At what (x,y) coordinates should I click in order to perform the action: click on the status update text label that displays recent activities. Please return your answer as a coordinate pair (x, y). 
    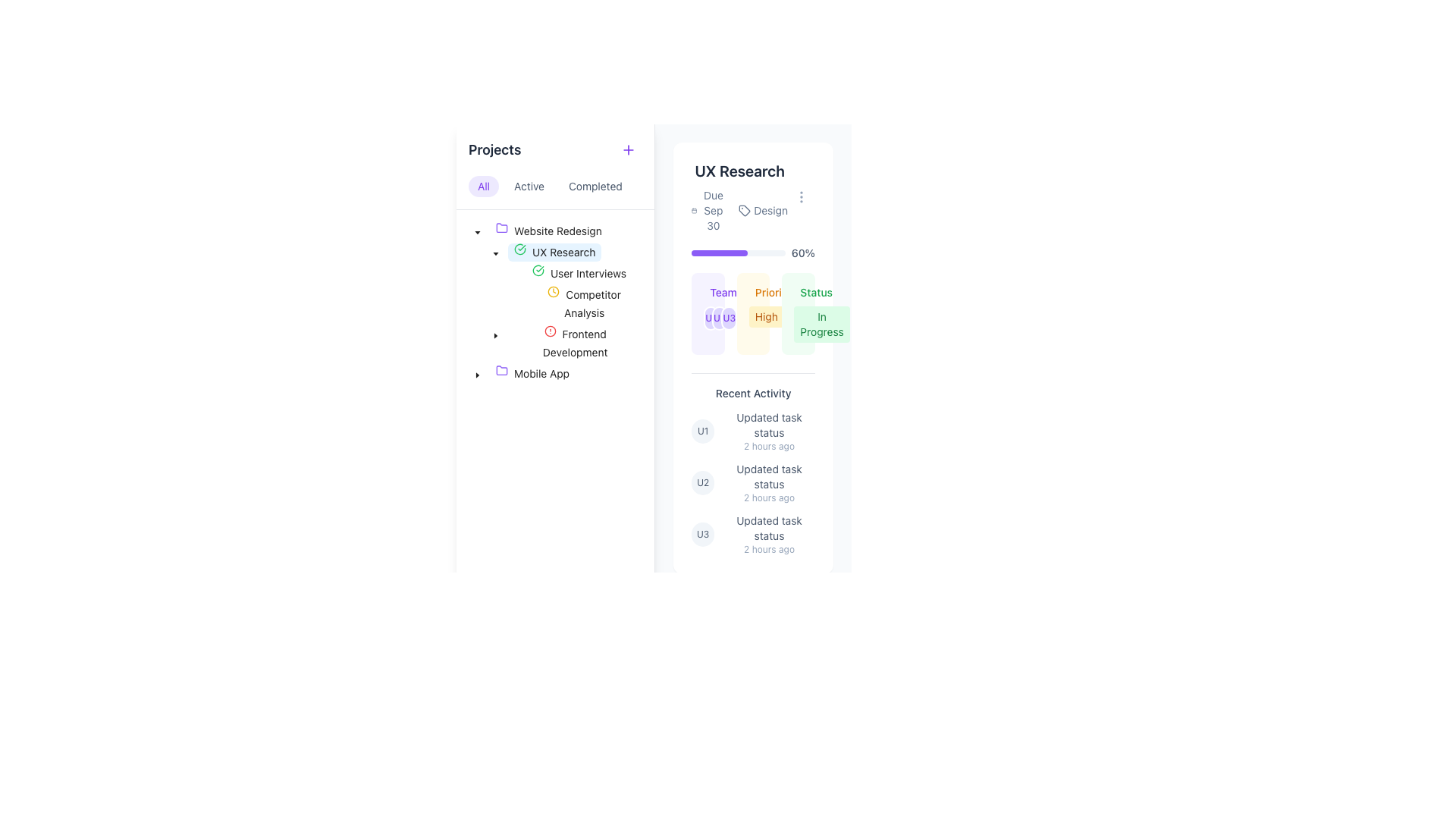
    Looking at the image, I should click on (768, 528).